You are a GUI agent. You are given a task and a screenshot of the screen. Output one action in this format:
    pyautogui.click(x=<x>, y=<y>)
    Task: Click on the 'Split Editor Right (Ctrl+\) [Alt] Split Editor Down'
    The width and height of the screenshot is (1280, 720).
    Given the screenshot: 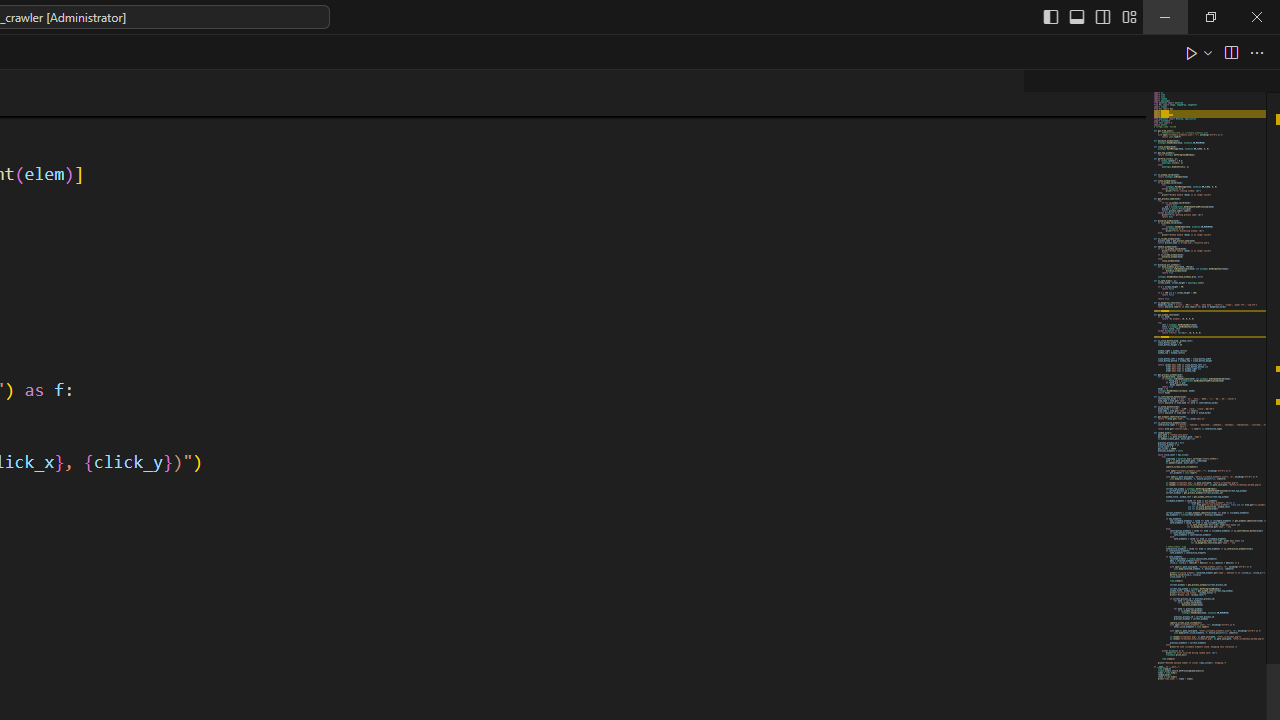 What is the action you would take?
    pyautogui.click(x=1229, y=51)
    